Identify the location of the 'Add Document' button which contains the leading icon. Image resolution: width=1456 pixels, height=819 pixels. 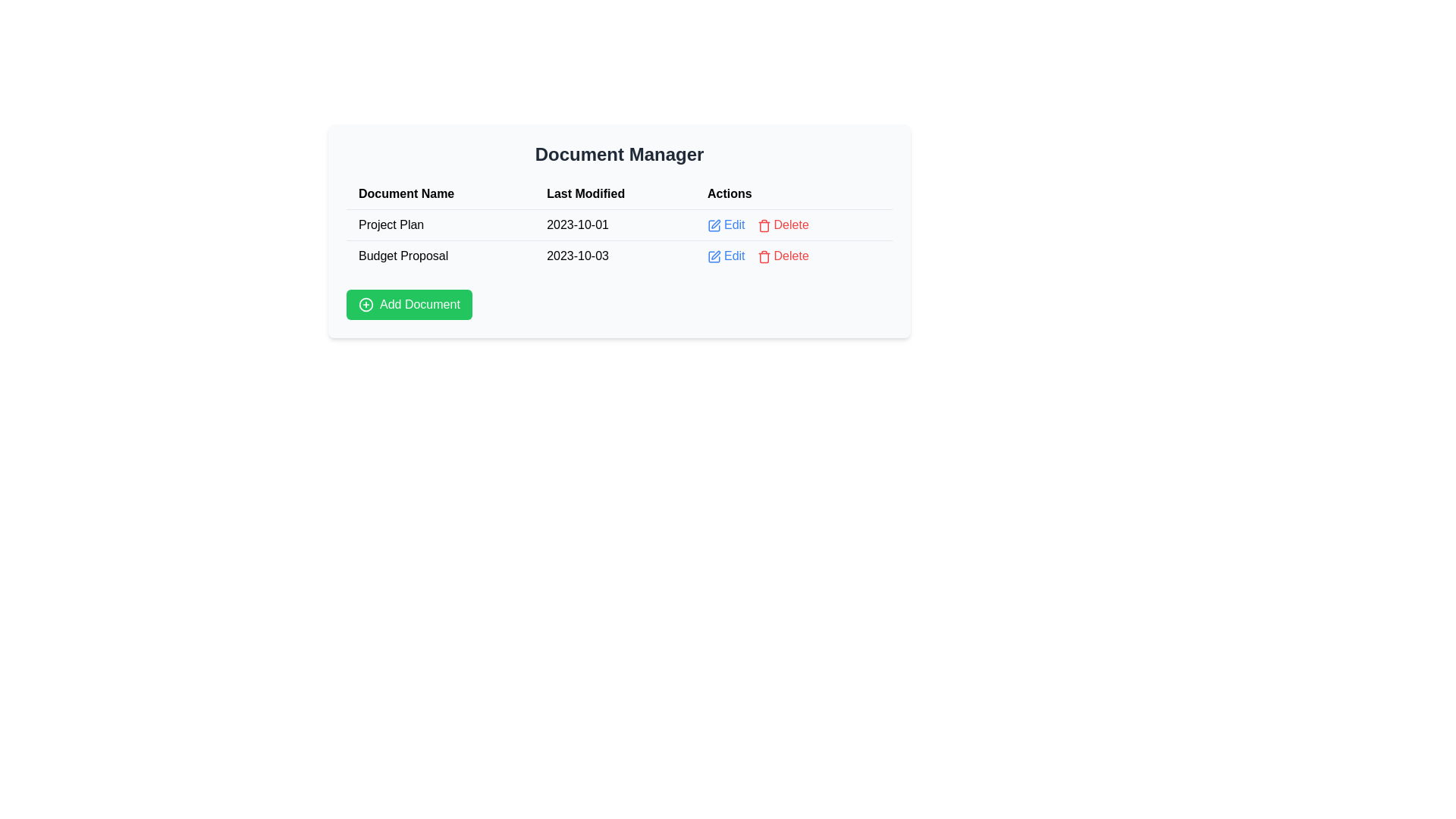
(366, 304).